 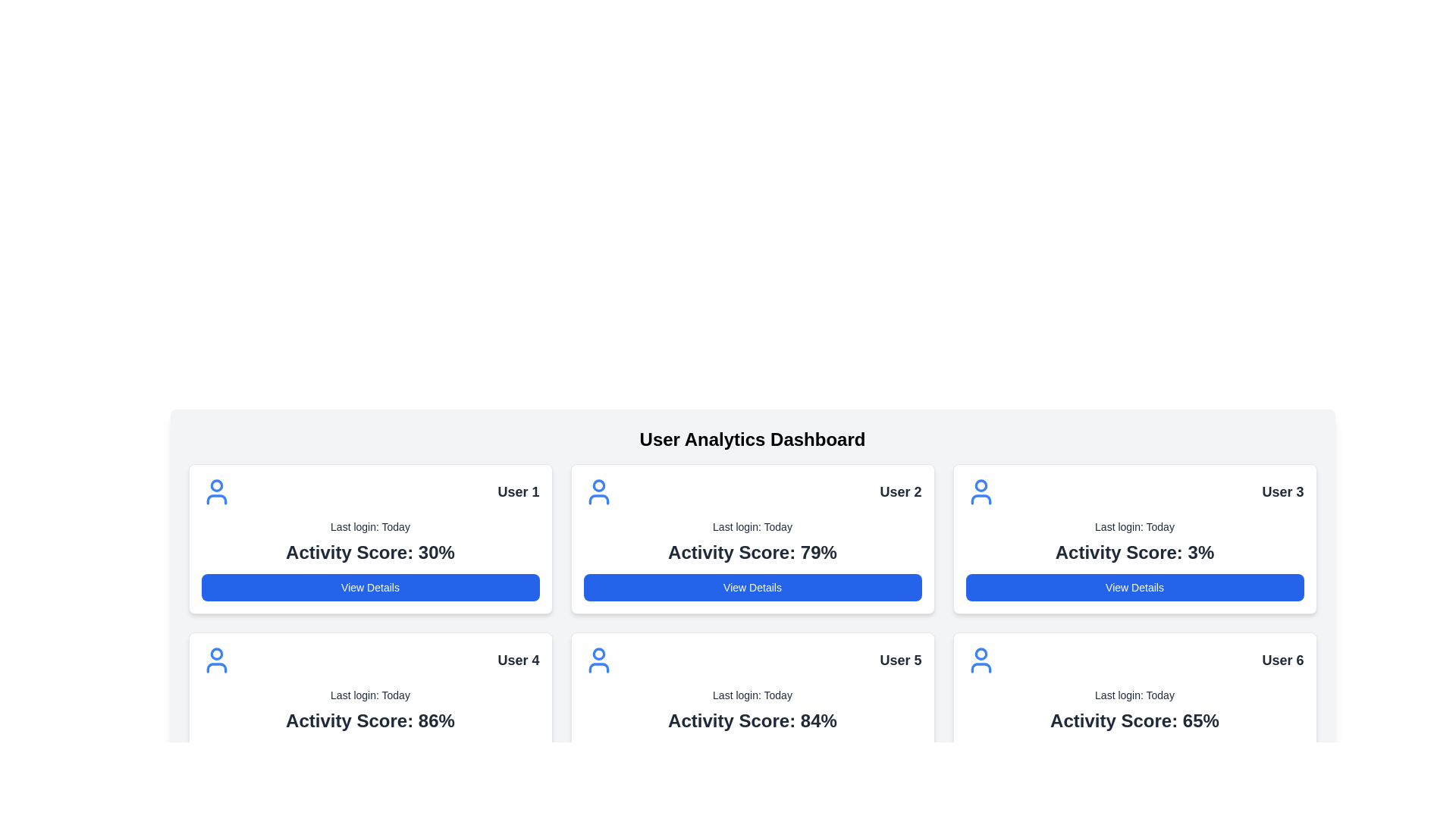 I want to click on the Information Card element containing the user icon and the text 'User 2', which is the second card in the first row of a grid layout, so click(x=752, y=538).